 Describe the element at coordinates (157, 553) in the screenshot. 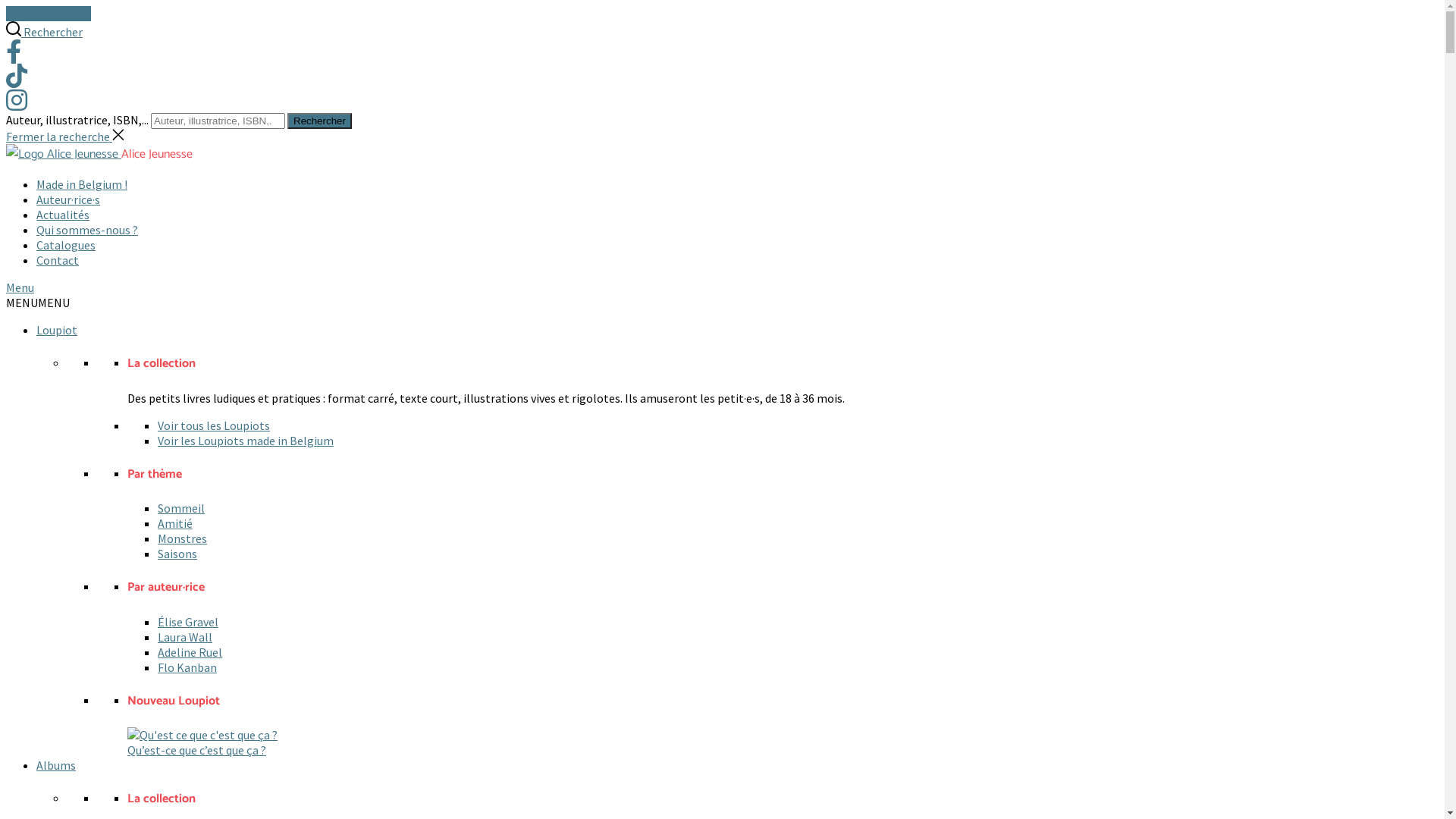

I see `'Saisons'` at that location.